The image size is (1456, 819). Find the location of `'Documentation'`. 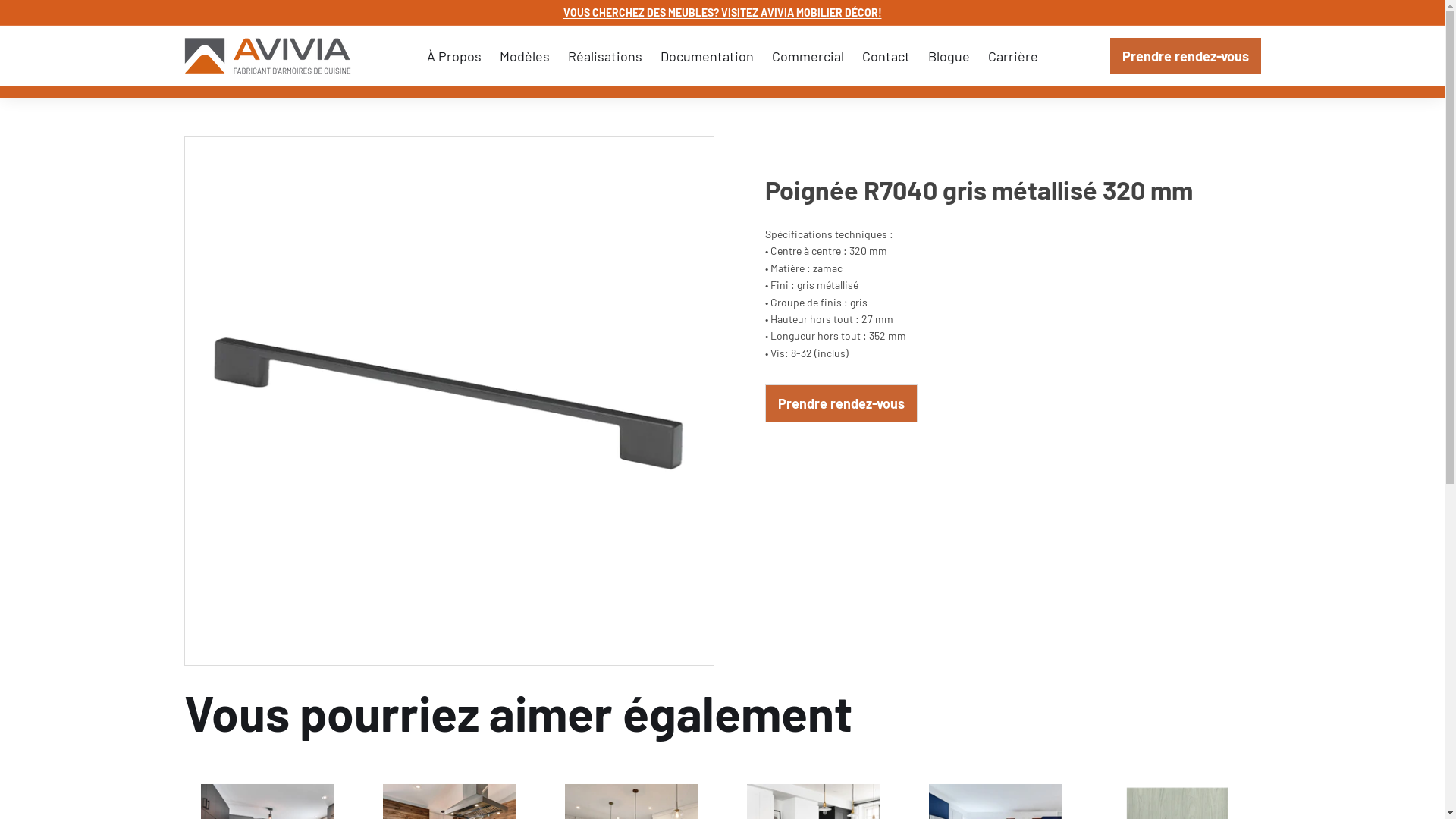

'Documentation' is located at coordinates (706, 55).